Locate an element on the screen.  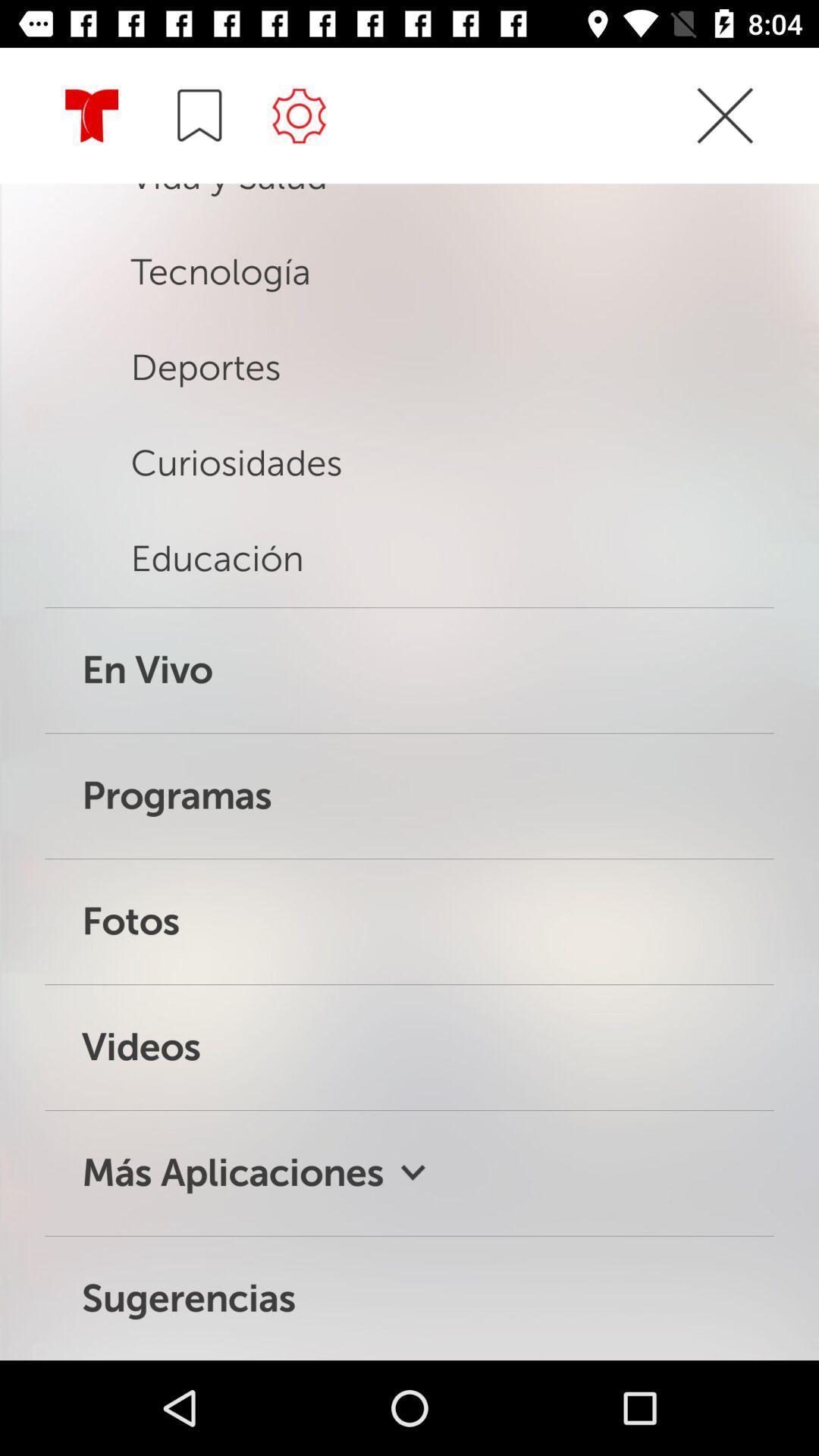
the drop down which is right to mas aplicaciones is located at coordinates (413, 1172).